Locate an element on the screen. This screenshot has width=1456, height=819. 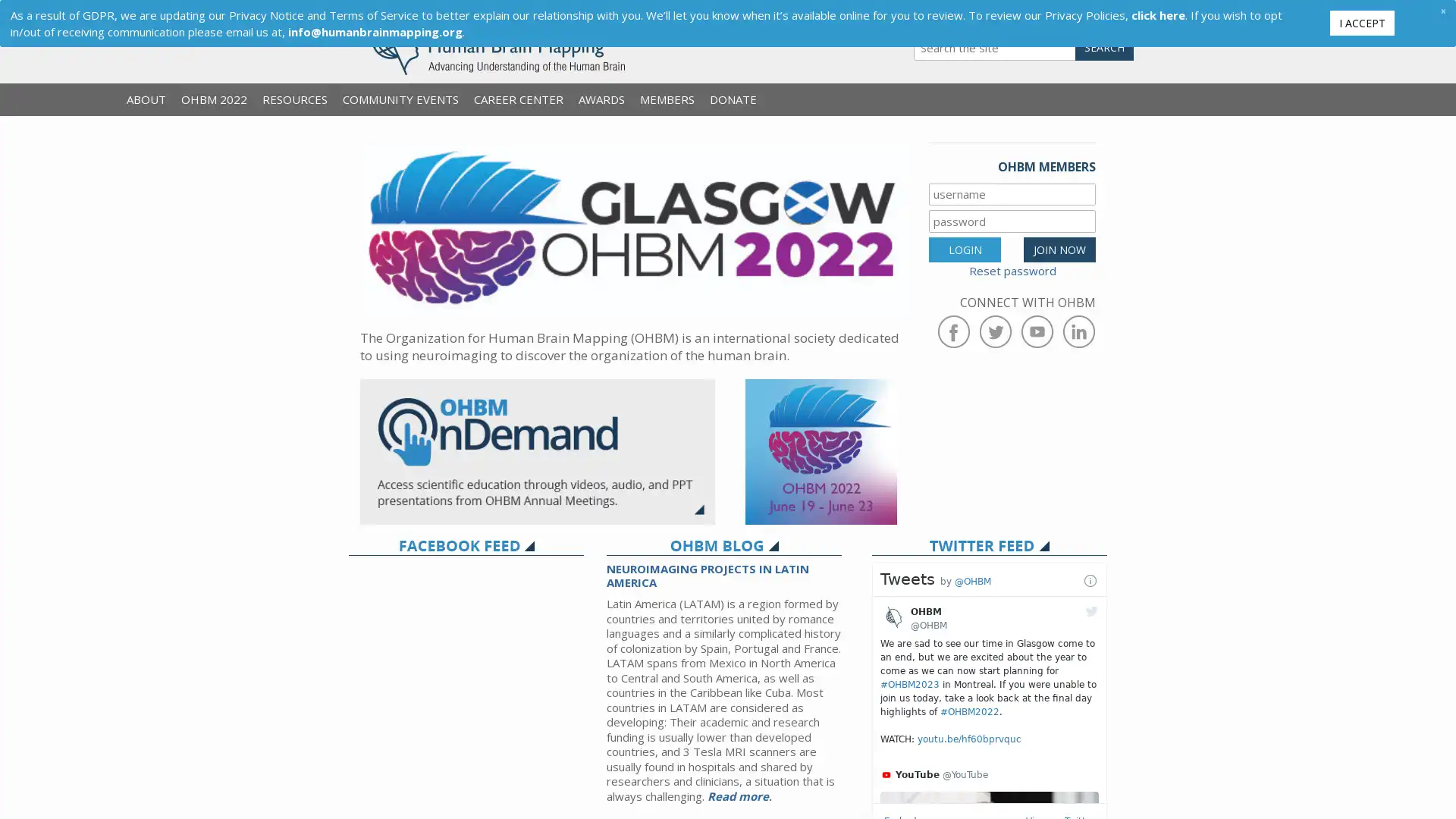
Previous is located at coordinates (400, 227).